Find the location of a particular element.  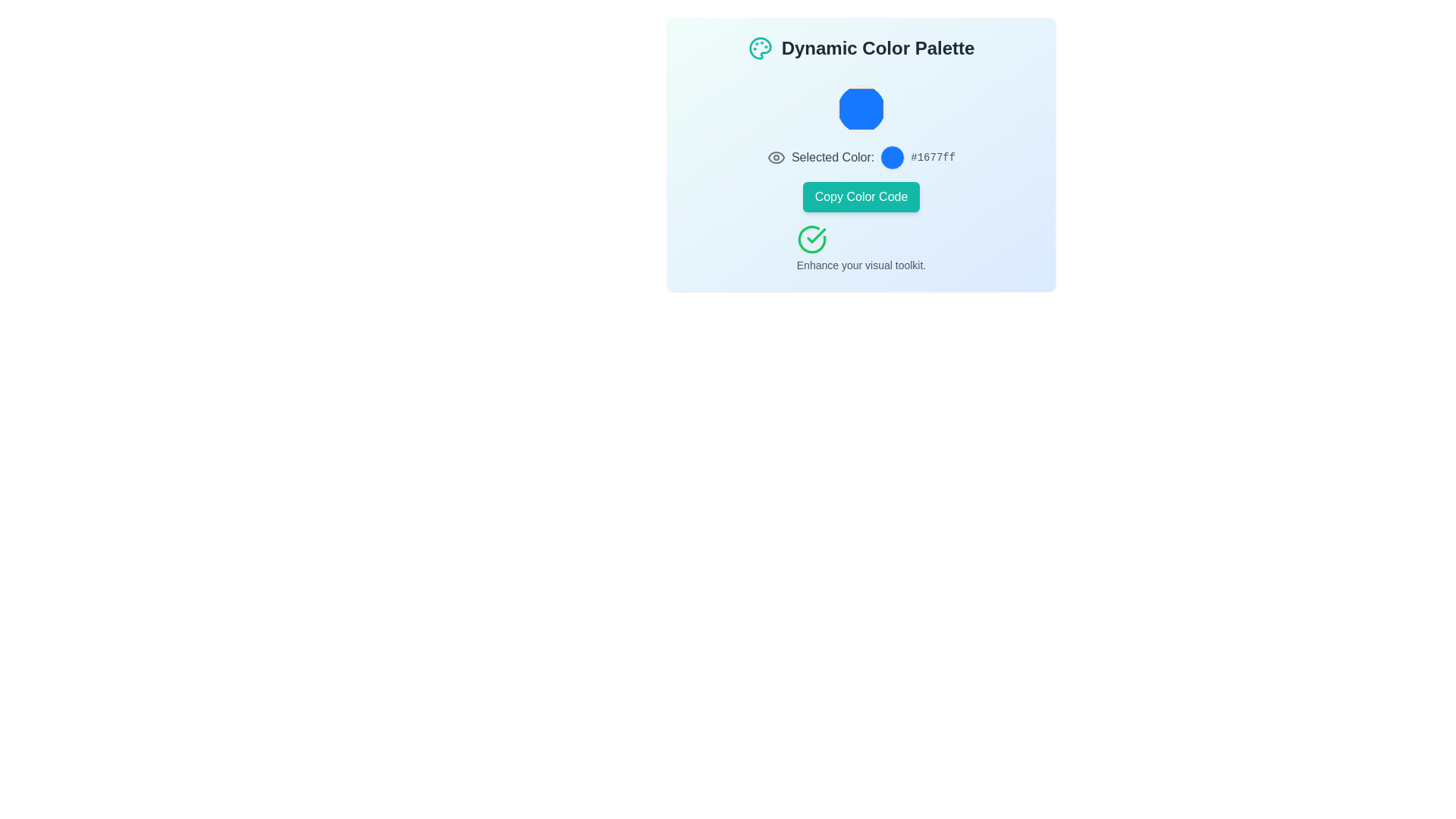

the text label that indicates the context of the displayed color information, positioned between an eye icon and a circular color swatch is located at coordinates (832, 158).